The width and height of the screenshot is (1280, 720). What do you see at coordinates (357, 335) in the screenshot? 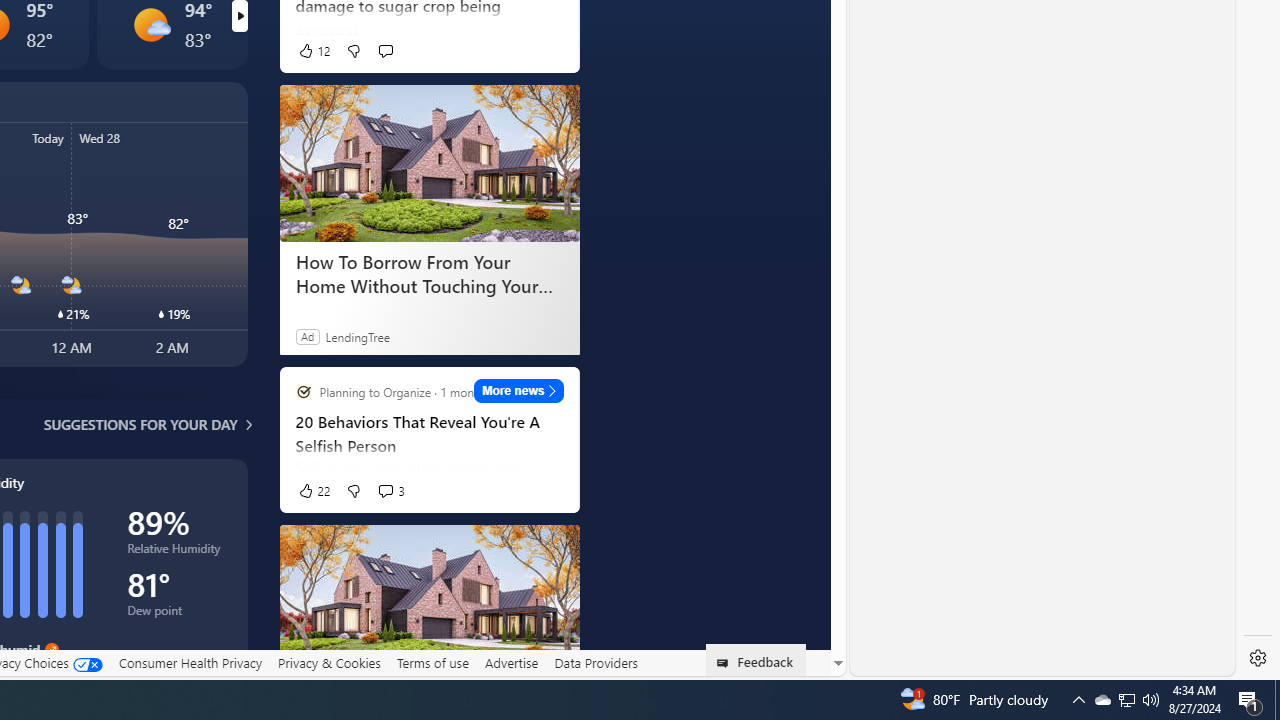
I see `'LendingTree'` at bounding box center [357, 335].